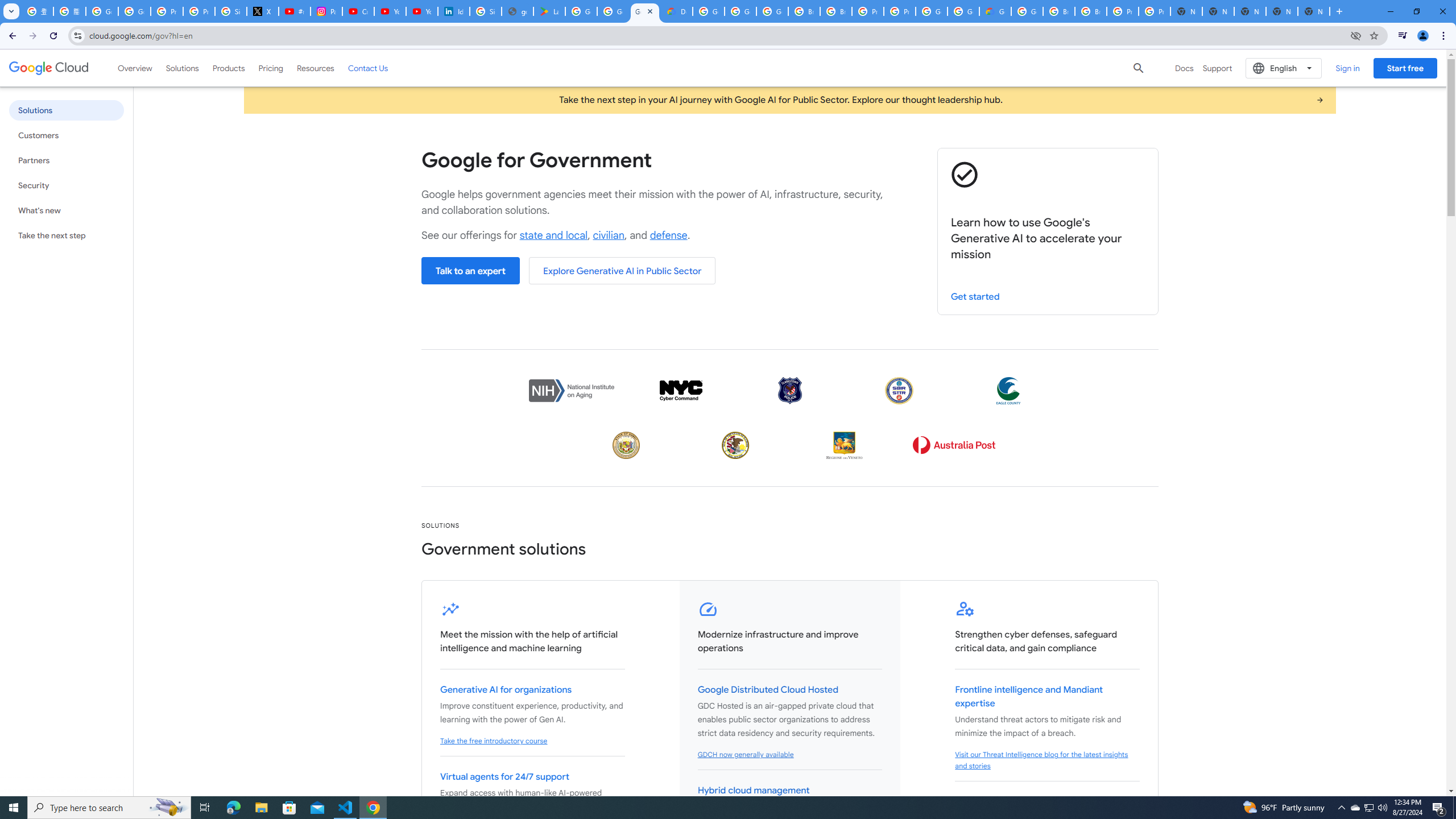  Describe the element at coordinates (608, 235) in the screenshot. I see `'civilian'` at that location.